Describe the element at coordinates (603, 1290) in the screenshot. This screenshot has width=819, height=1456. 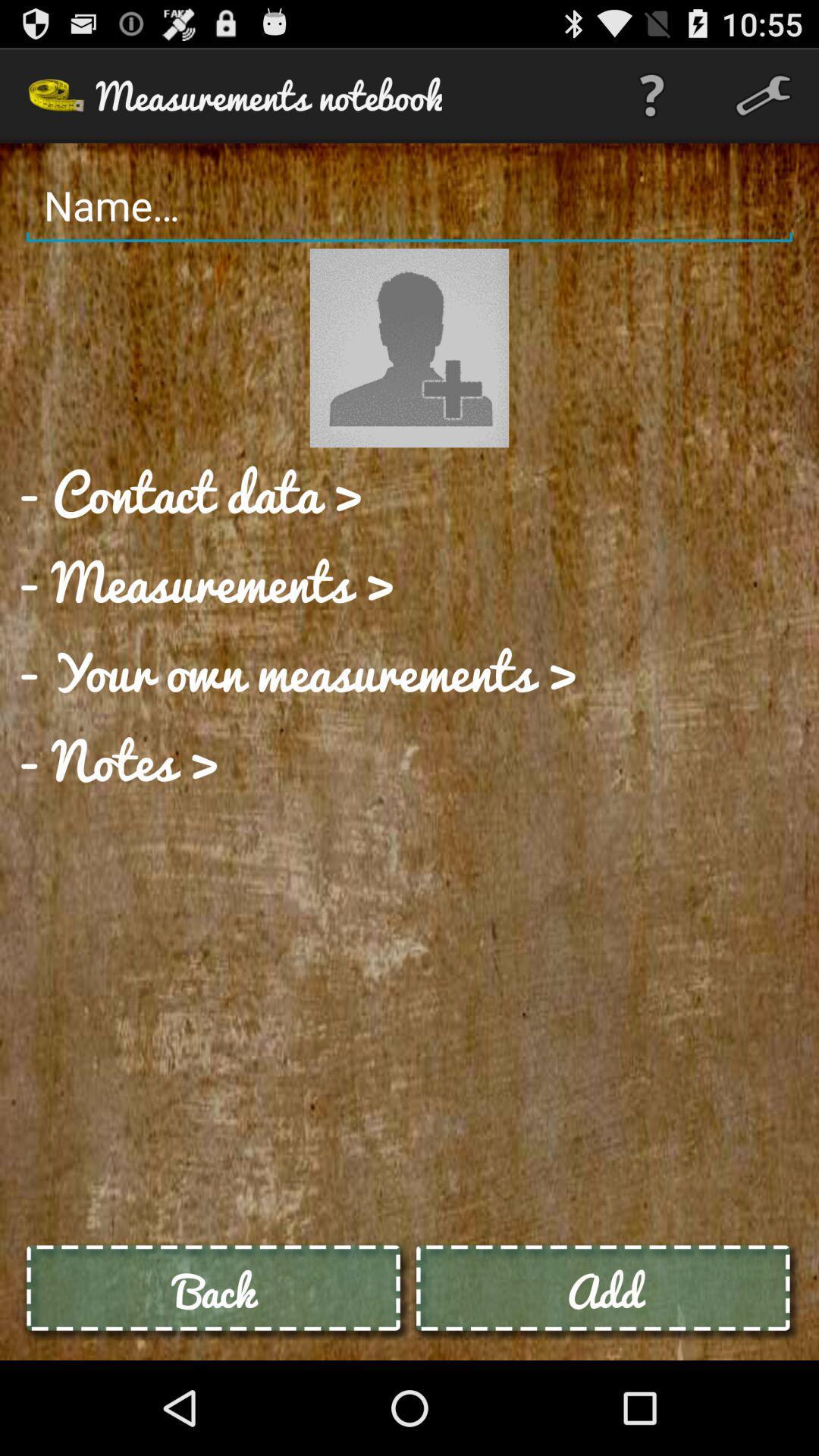
I see `the button next to back icon` at that location.